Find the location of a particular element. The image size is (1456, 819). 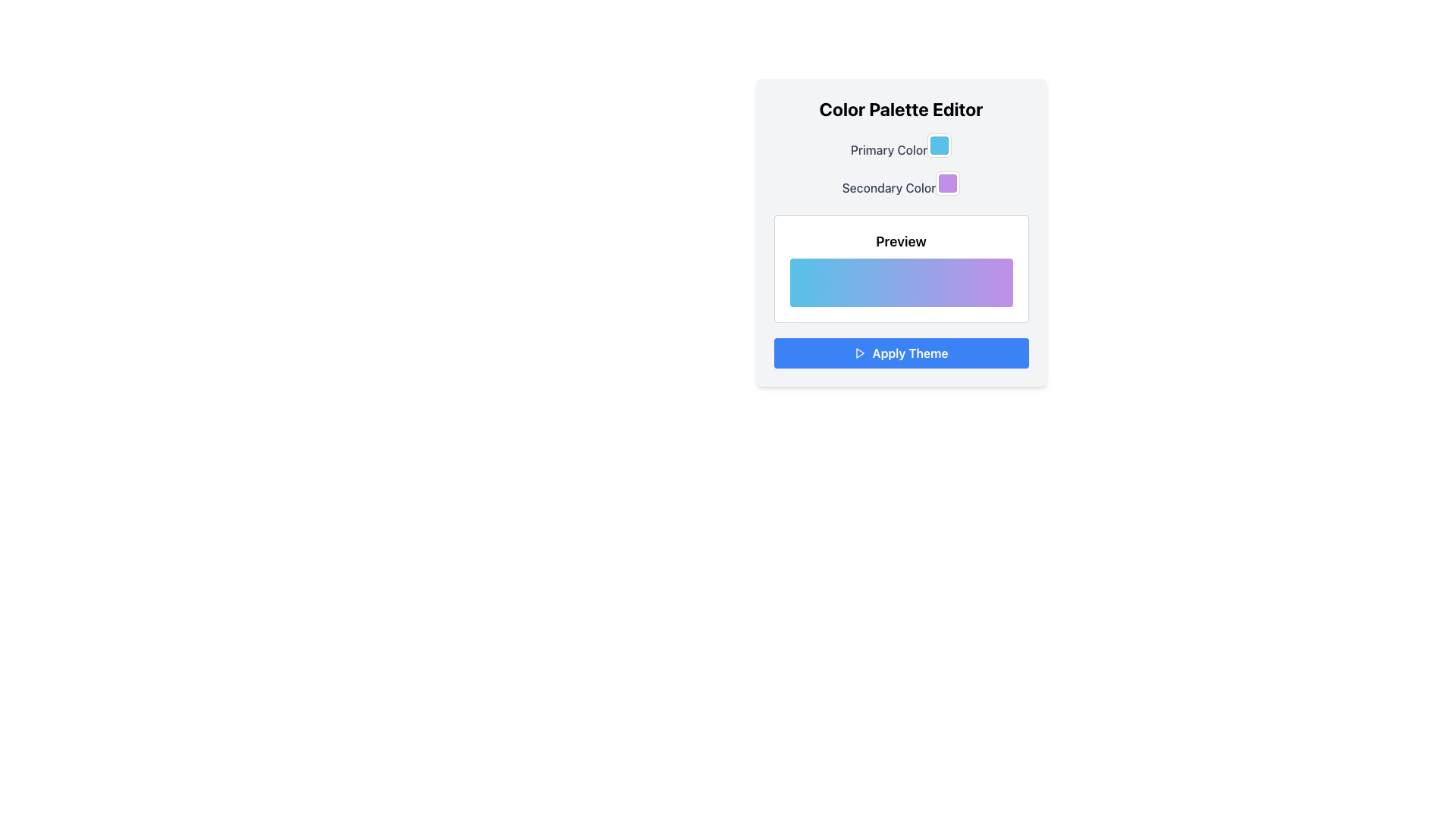

the Visual preview panel, a rectangular component with a gradient background transitioning from sky blue to lavender purple, located below the 'Preview' title is located at coordinates (901, 283).